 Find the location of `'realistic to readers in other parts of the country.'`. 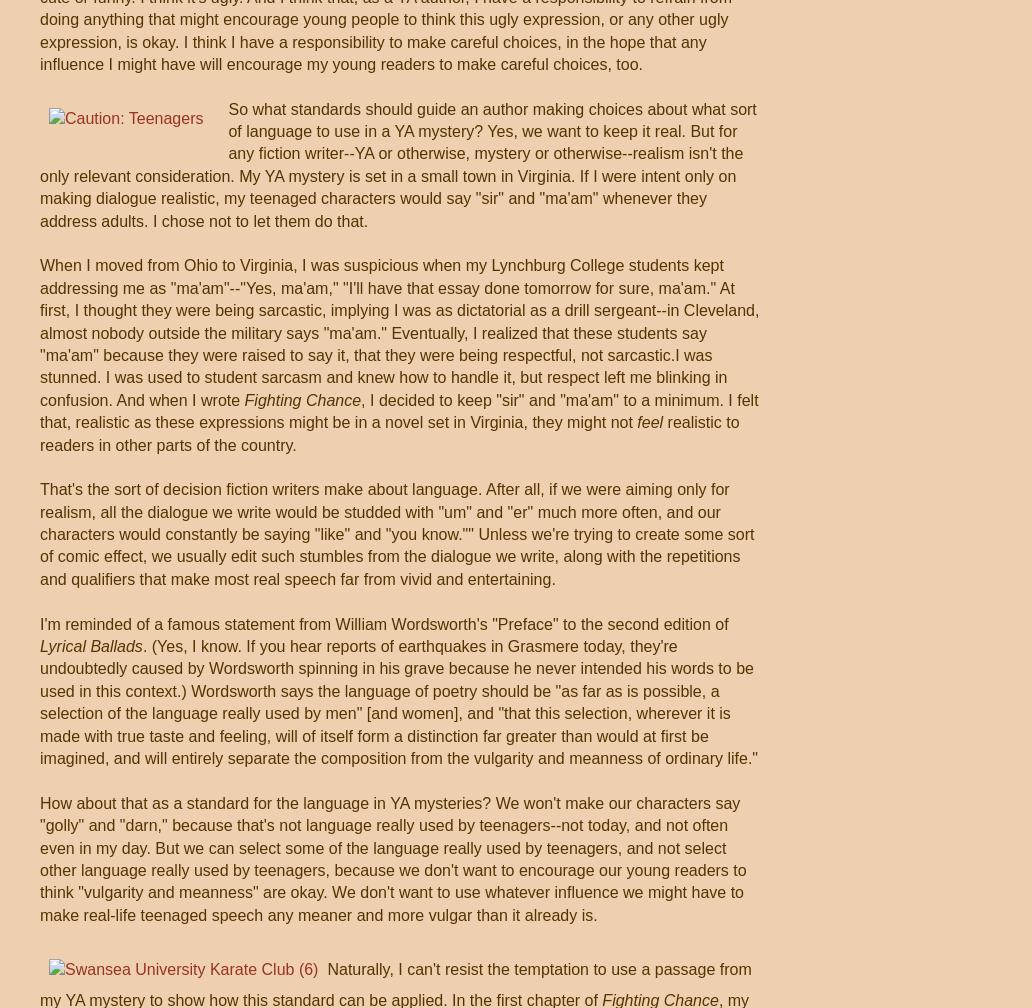

'realistic to readers in other parts of the country.' is located at coordinates (388, 433).